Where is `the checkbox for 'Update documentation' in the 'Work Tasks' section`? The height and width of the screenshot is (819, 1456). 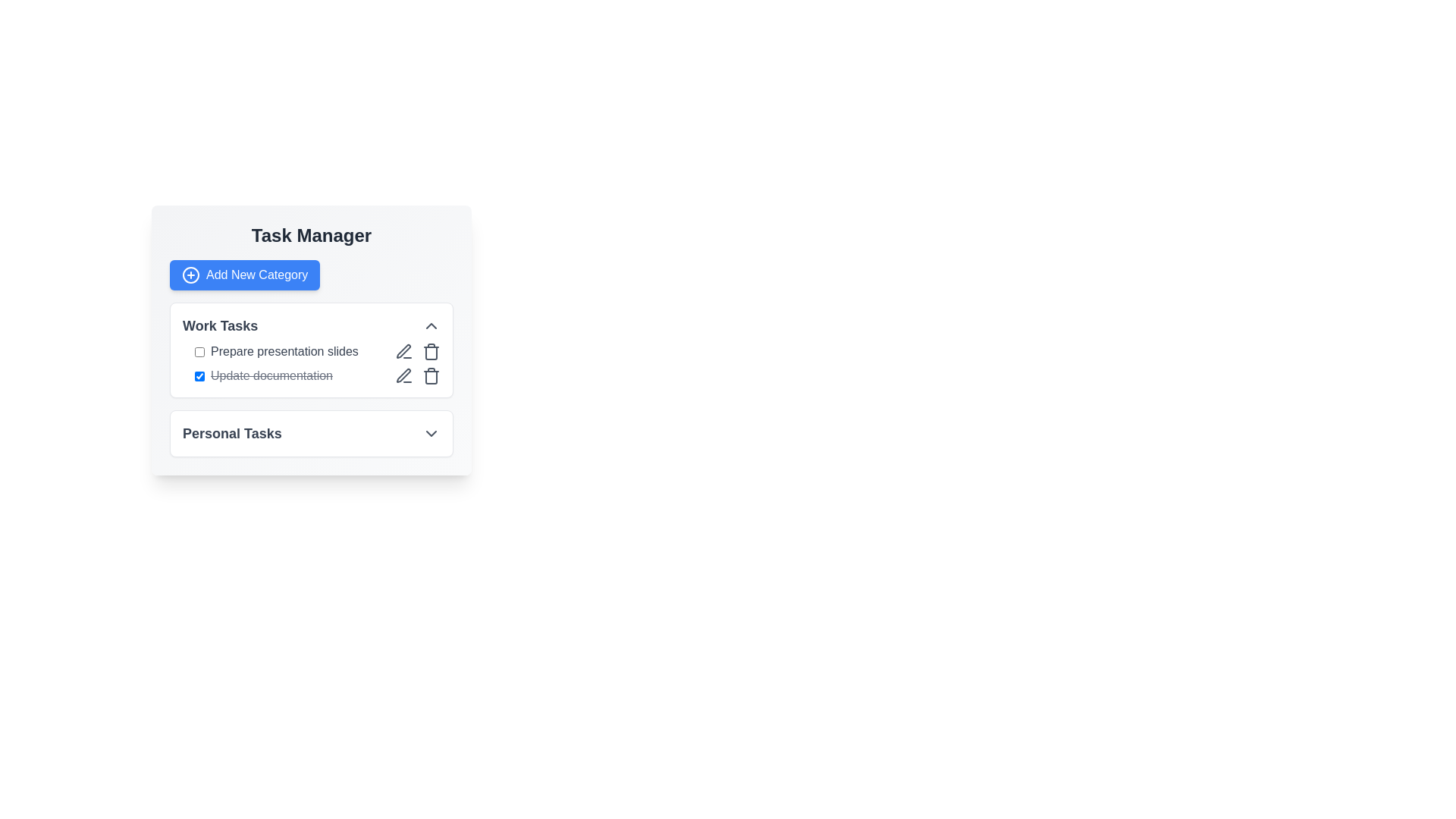 the checkbox for 'Update documentation' in the 'Work Tasks' section is located at coordinates (199, 375).